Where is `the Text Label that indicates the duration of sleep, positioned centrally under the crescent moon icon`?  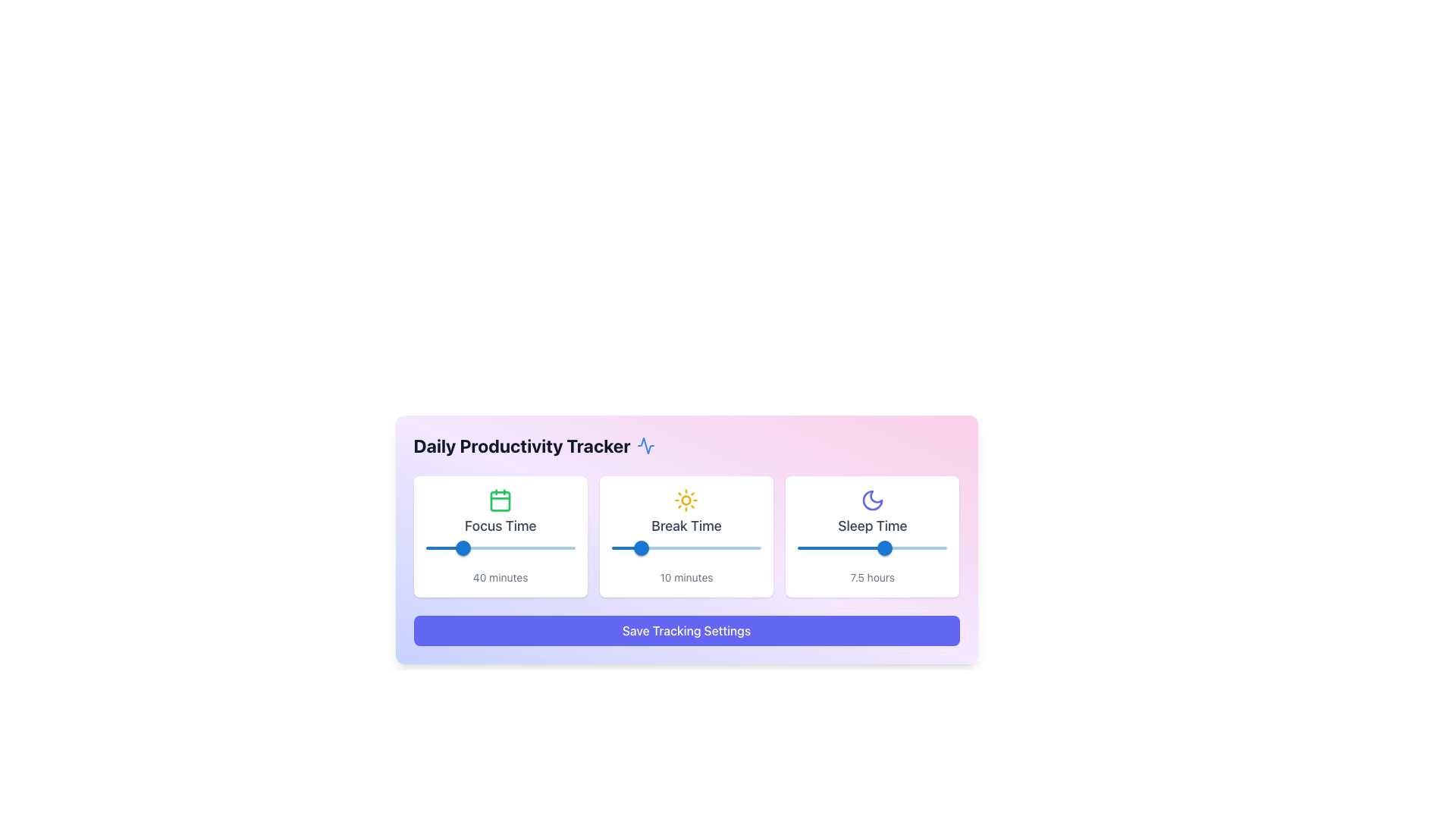
the Text Label that indicates the duration of sleep, positioned centrally under the crescent moon icon is located at coordinates (872, 526).